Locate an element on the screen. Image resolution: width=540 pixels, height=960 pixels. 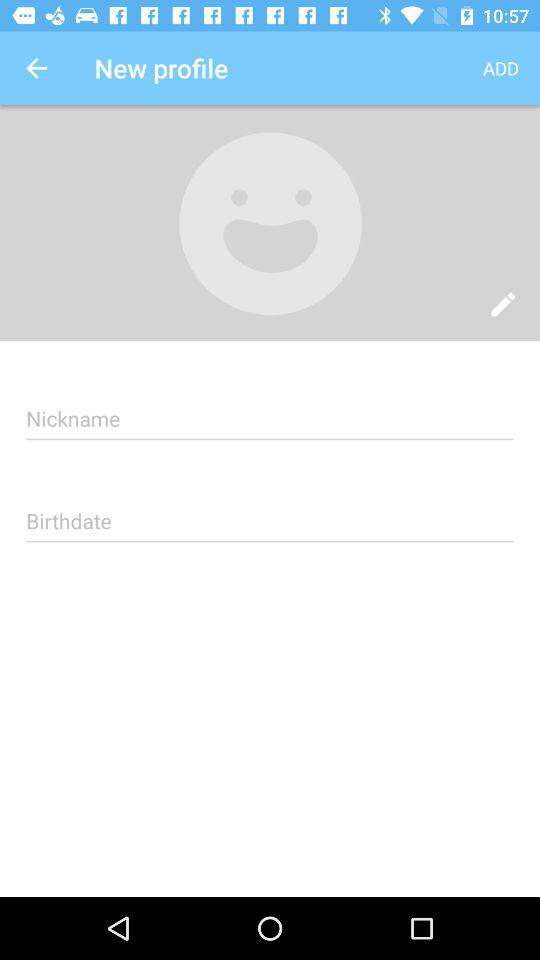
the icon to the left of the new profile icon is located at coordinates (36, 68).